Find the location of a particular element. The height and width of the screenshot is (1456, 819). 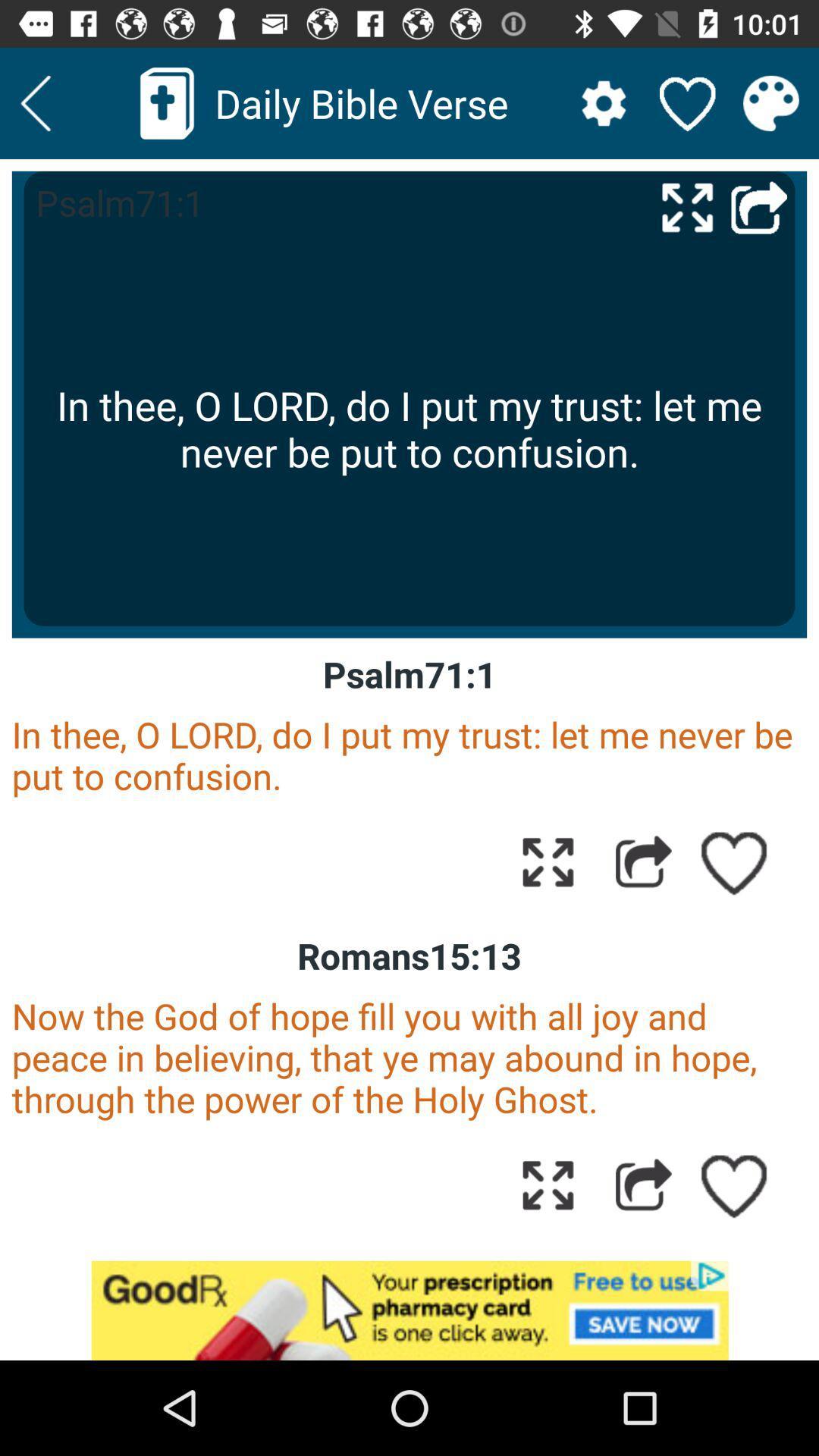

to favorites is located at coordinates (734, 861).